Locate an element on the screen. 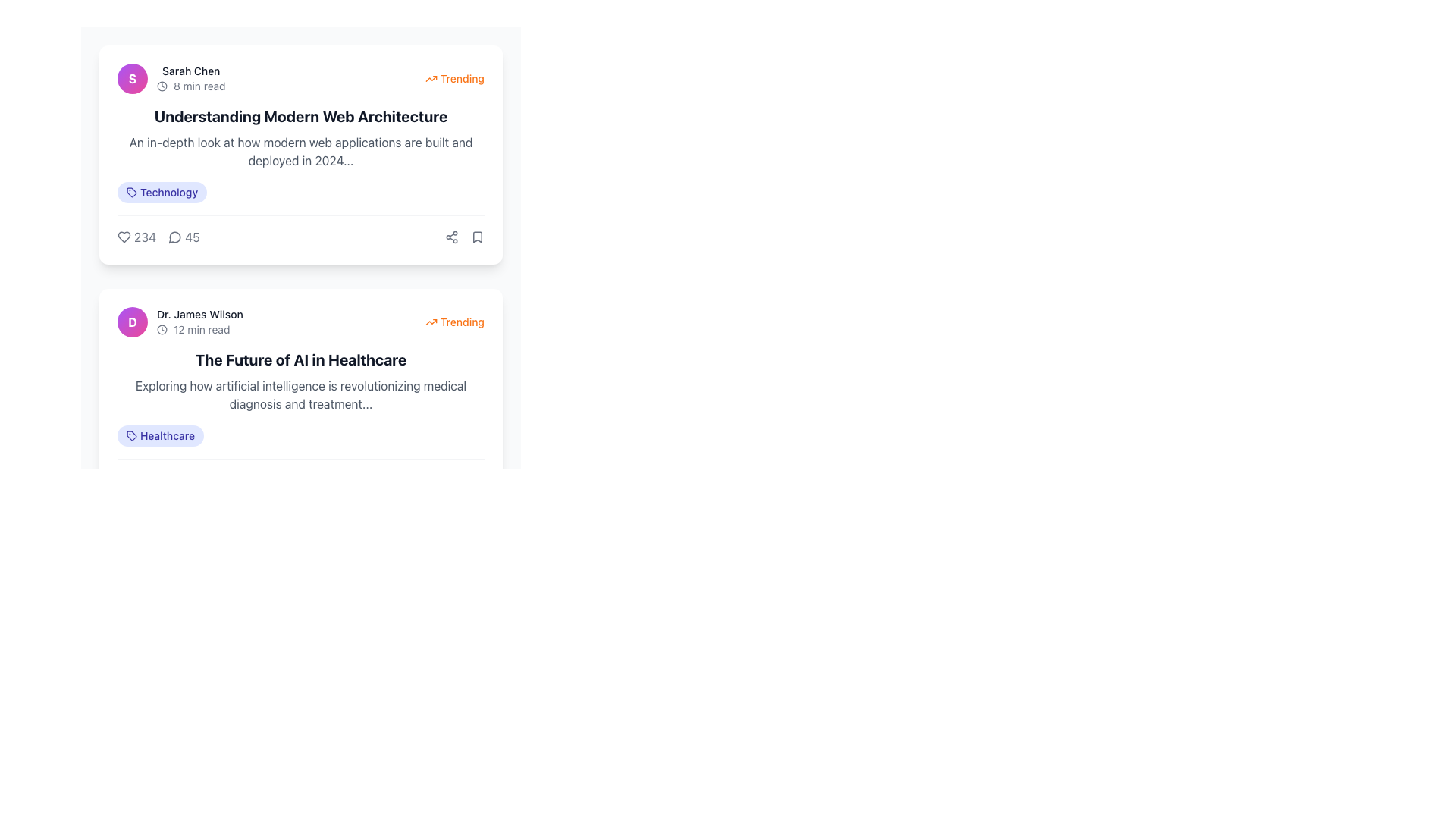  the 'share' button located below the post titled 'The Future of AI in Healthcare' is located at coordinates (450, 480).